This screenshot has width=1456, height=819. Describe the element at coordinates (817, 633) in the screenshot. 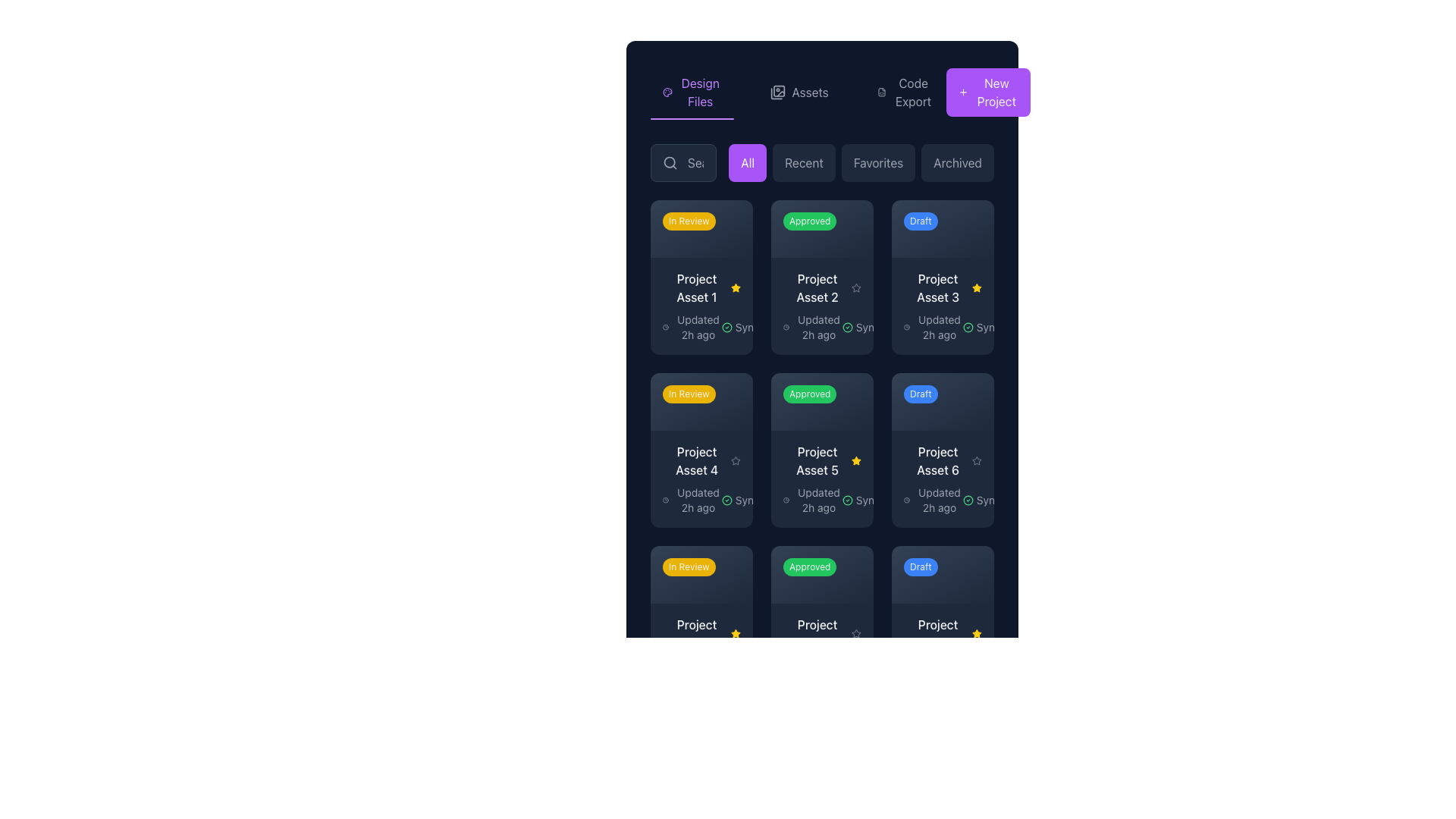

I see `the text label displaying 'Project Asset 8' located in the lower center of a grid of cards, positioned under 'Project Asset 6'` at that location.